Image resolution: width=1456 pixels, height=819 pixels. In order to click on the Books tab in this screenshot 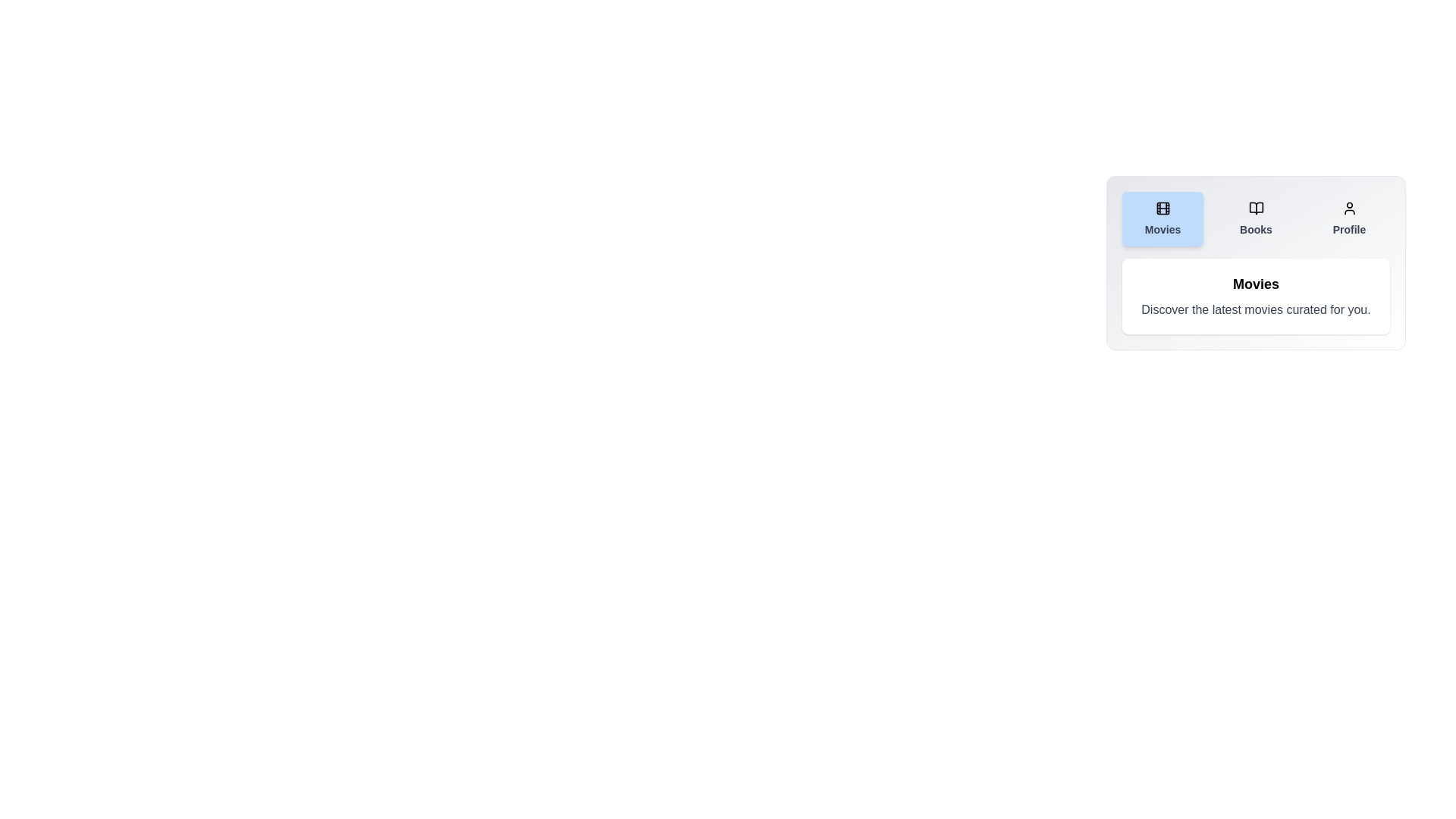, I will do `click(1256, 219)`.